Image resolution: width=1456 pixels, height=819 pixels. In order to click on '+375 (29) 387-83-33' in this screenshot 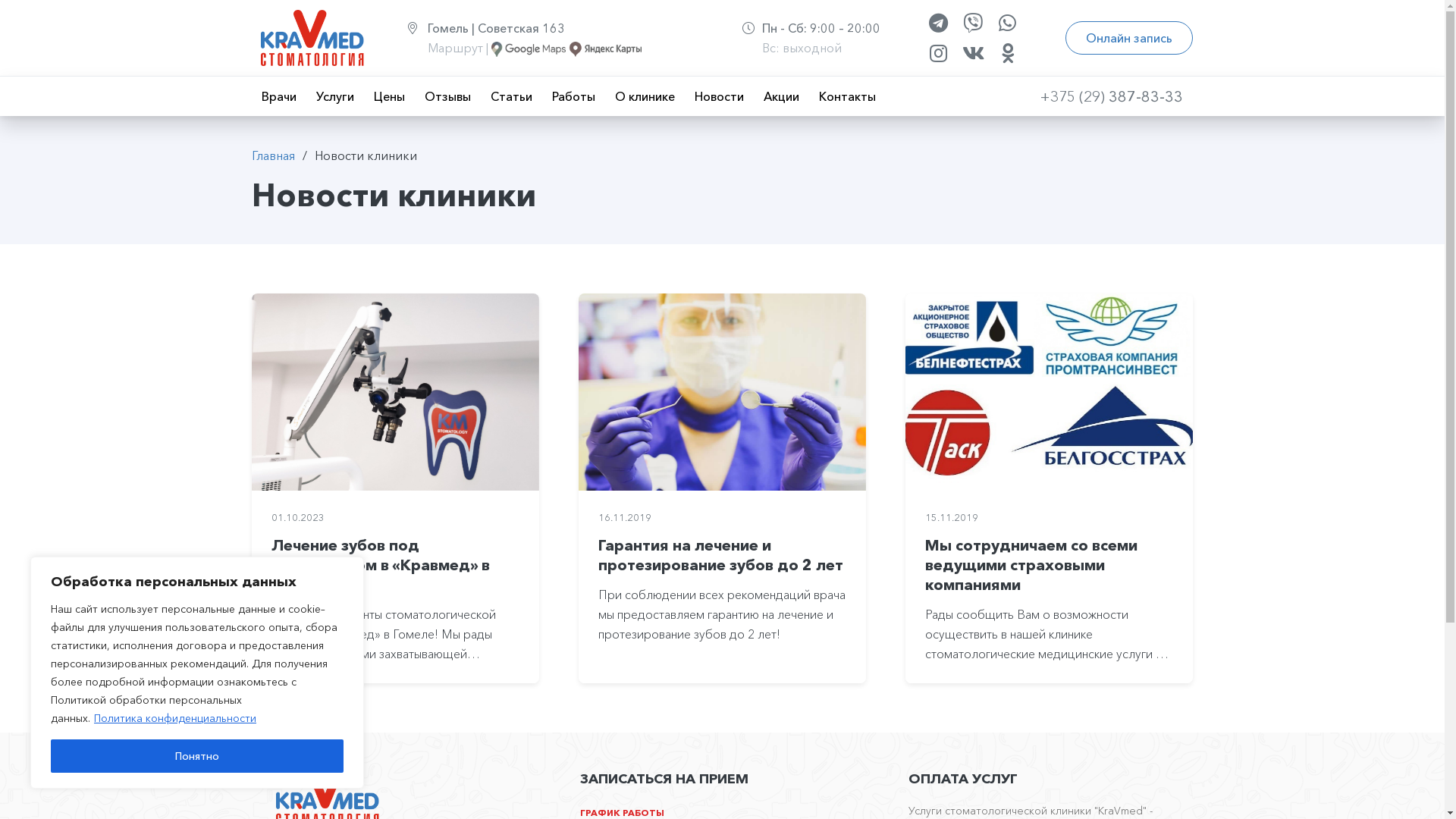, I will do `click(1111, 96)`.